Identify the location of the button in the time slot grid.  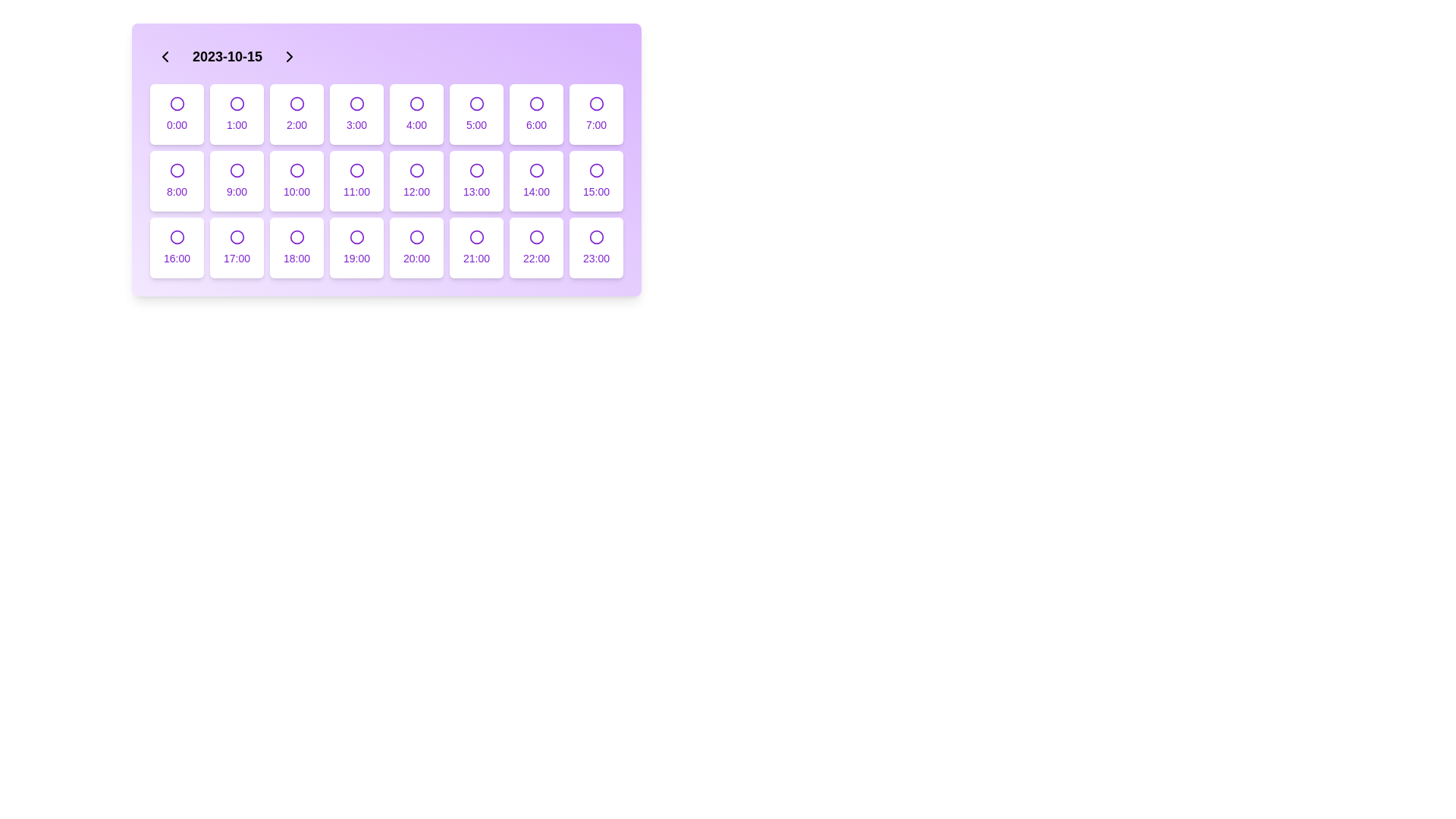
(236, 247).